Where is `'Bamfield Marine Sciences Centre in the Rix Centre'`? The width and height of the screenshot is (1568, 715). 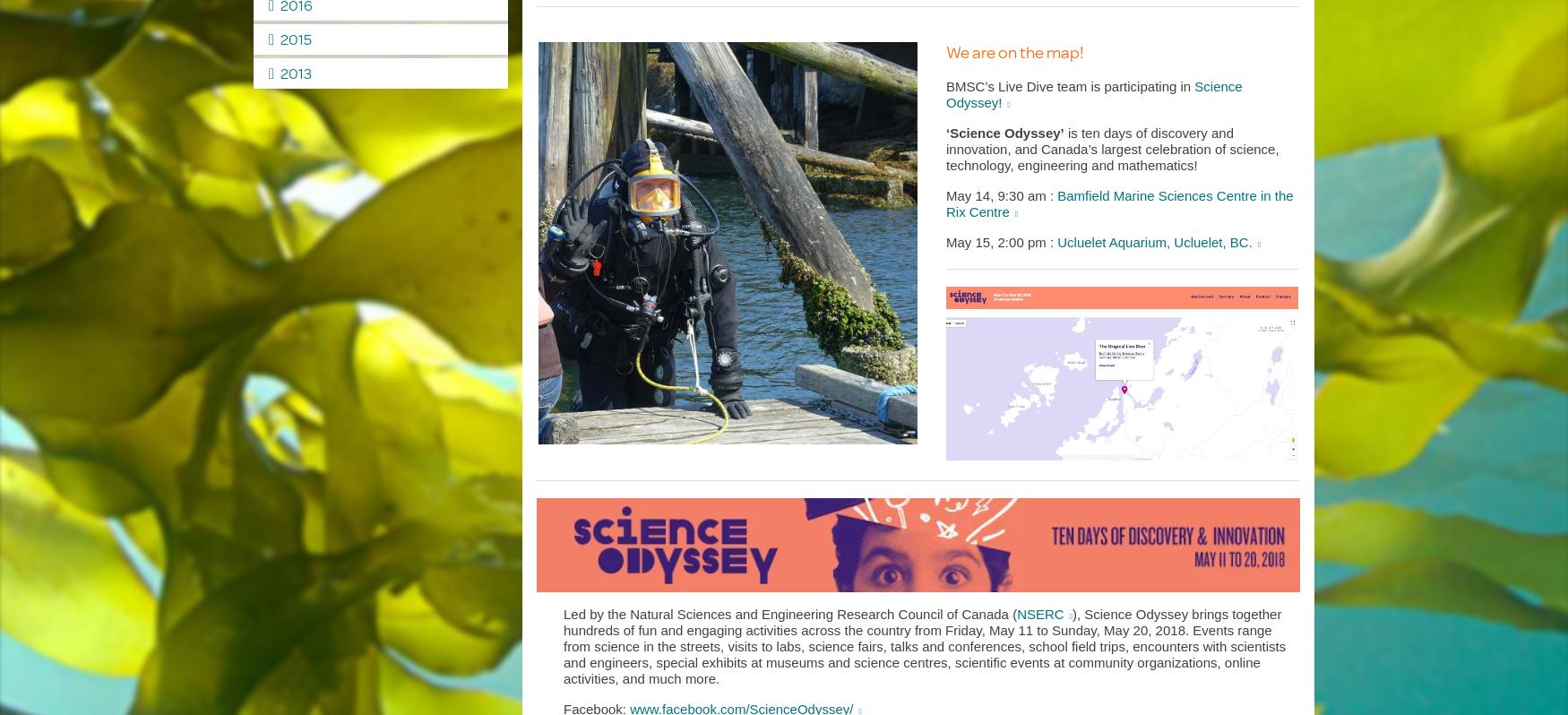 'Bamfield Marine Sciences Centre in the Rix Centre' is located at coordinates (1119, 202).